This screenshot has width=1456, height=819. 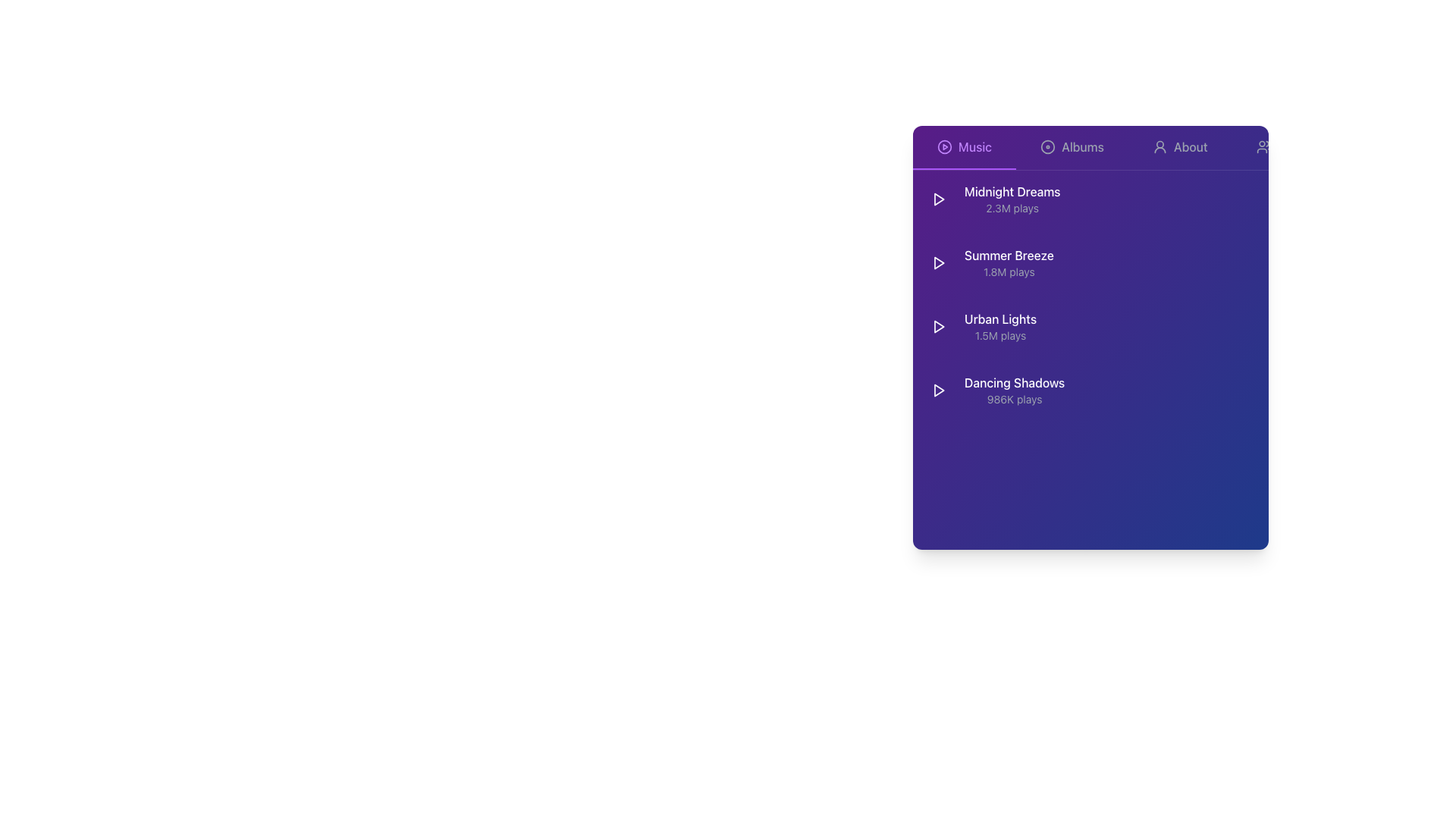 What do you see at coordinates (1000, 326) in the screenshot?
I see `the third item in the playlist list, which represents an individual track displaying its name and play count` at bounding box center [1000, 326].